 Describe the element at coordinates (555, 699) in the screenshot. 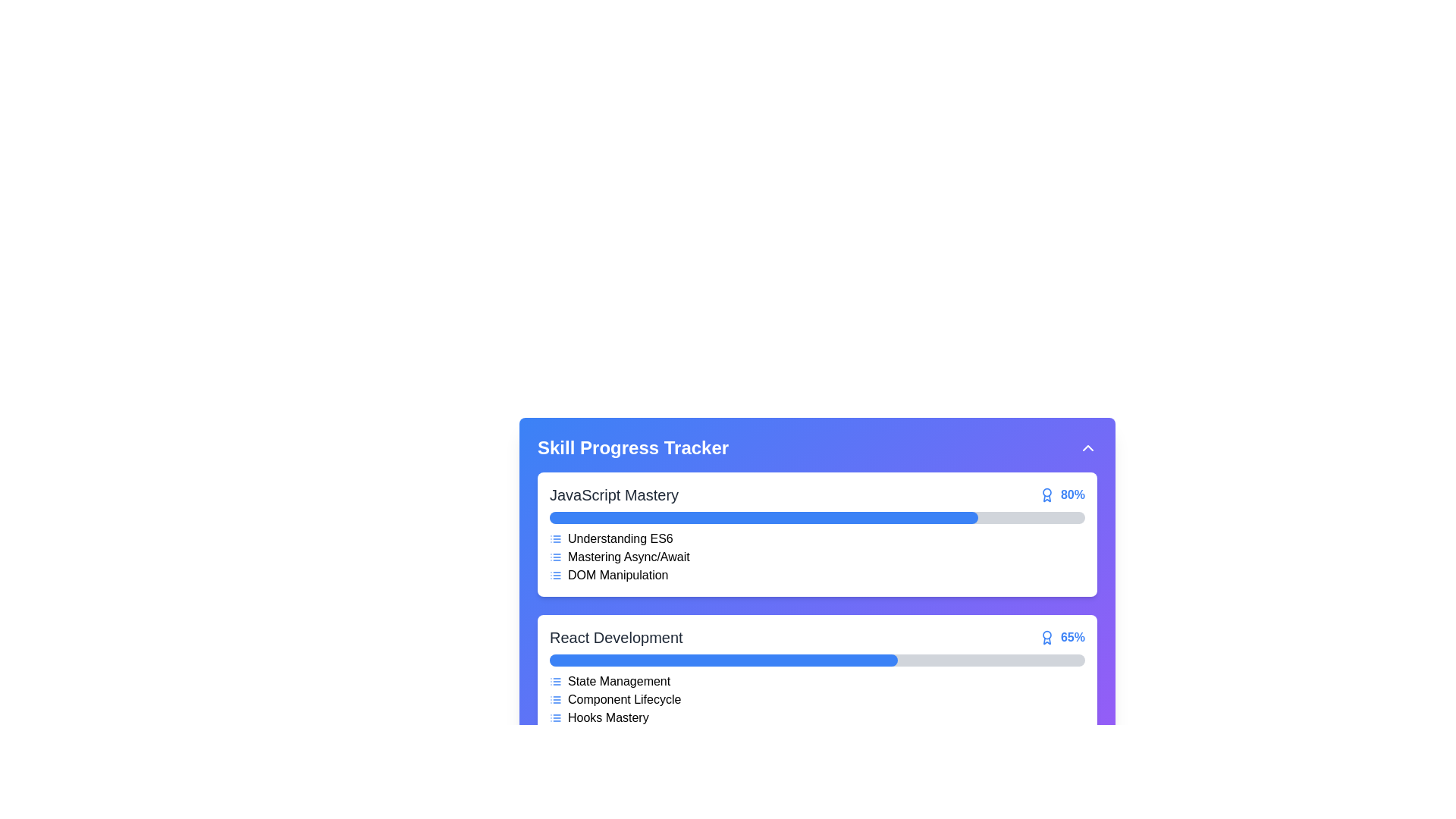

I see `the blue SVG icon representing 'Component Lifecycle' in the React Development section of the Skill Progress Tracker` at that location.